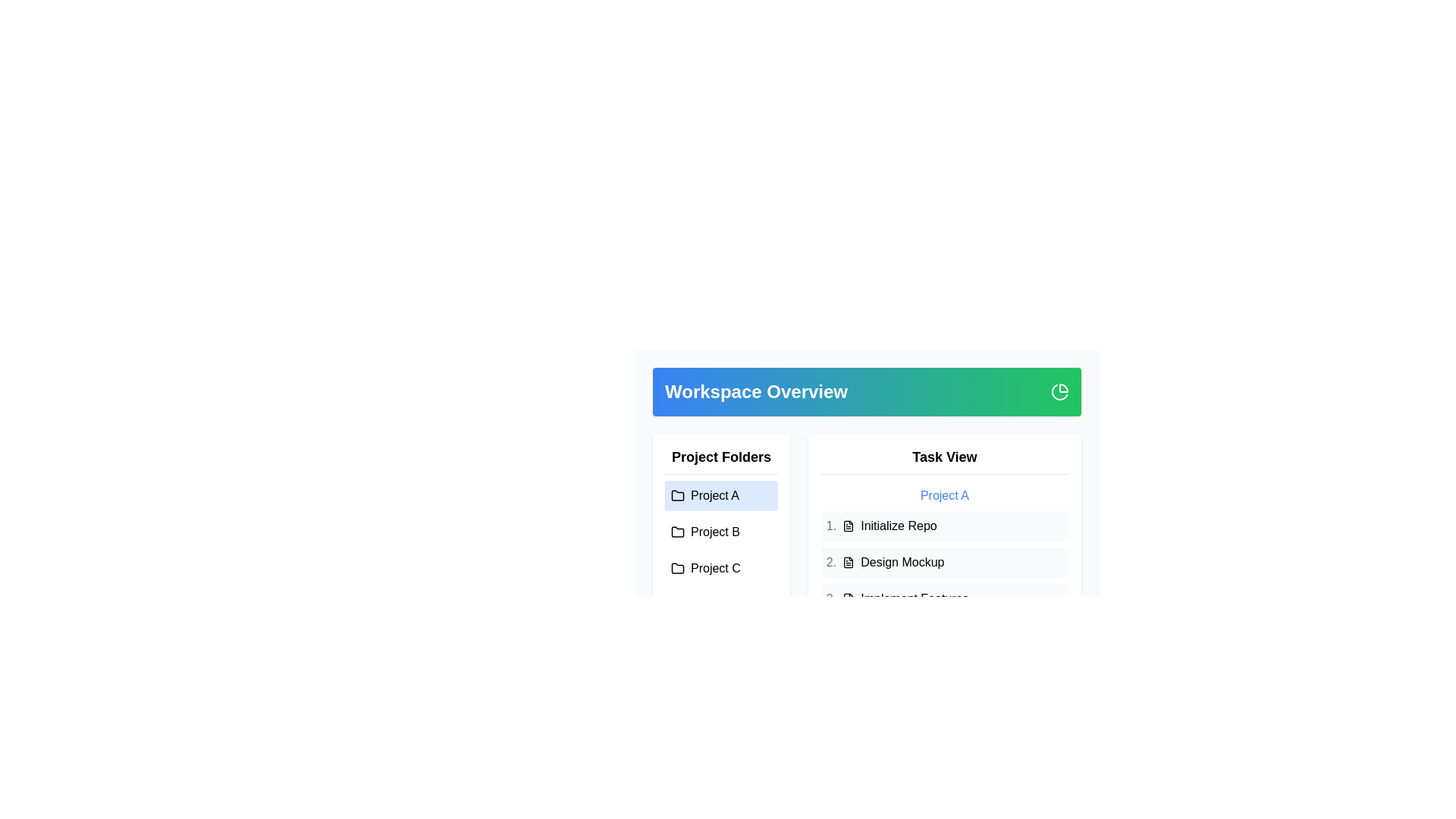 The image size is (1456, 819). I want to click on the gray text label displaying the numeral '2' in the Task View pane, positioned in the second row of tasks, to the left of the task title 'Design Mockup', so click(830, 562).